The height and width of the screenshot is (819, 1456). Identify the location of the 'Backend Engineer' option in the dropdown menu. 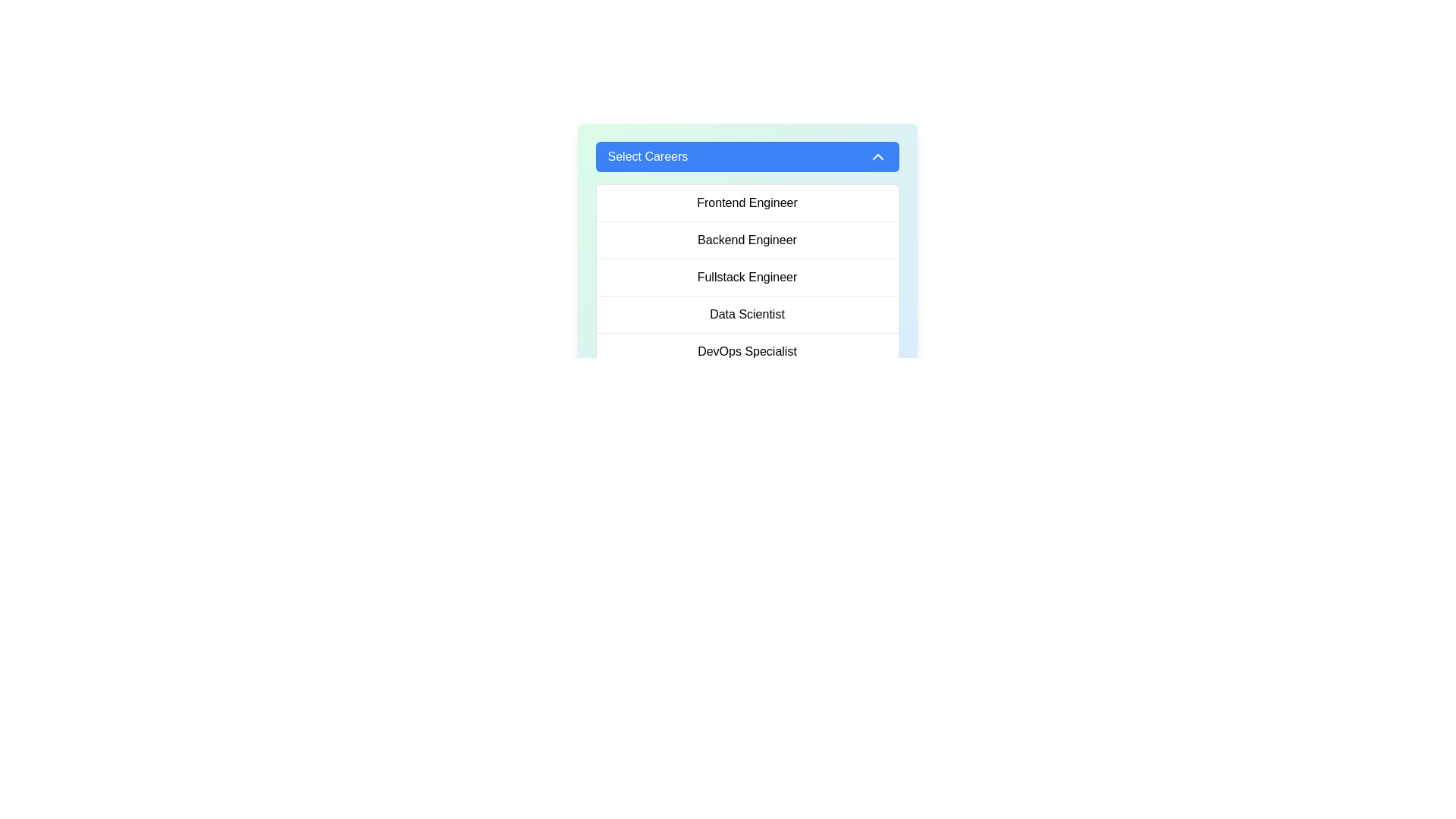
(747, 239).